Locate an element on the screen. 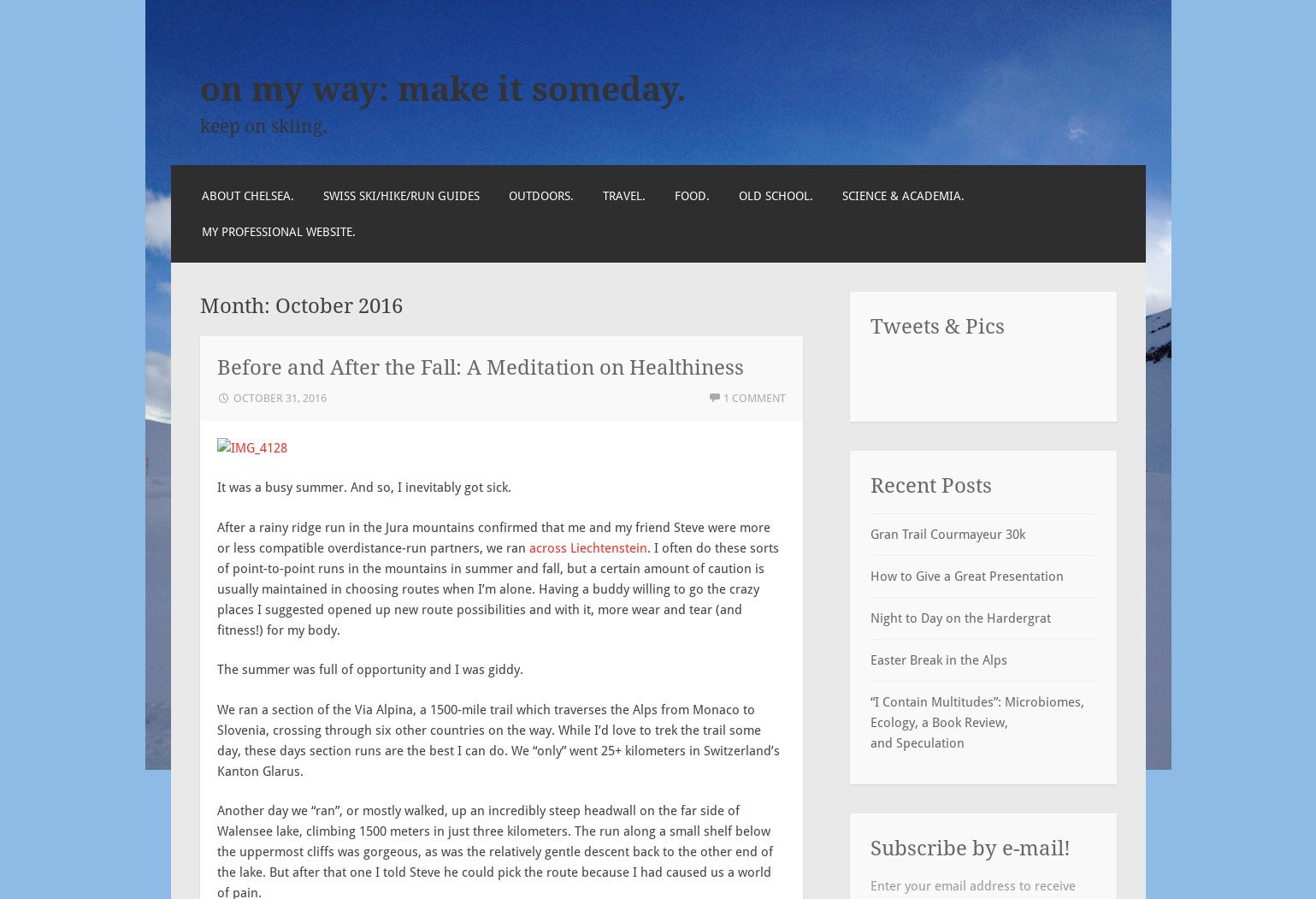  'my professional website.' is located at coordinates (278, 231).